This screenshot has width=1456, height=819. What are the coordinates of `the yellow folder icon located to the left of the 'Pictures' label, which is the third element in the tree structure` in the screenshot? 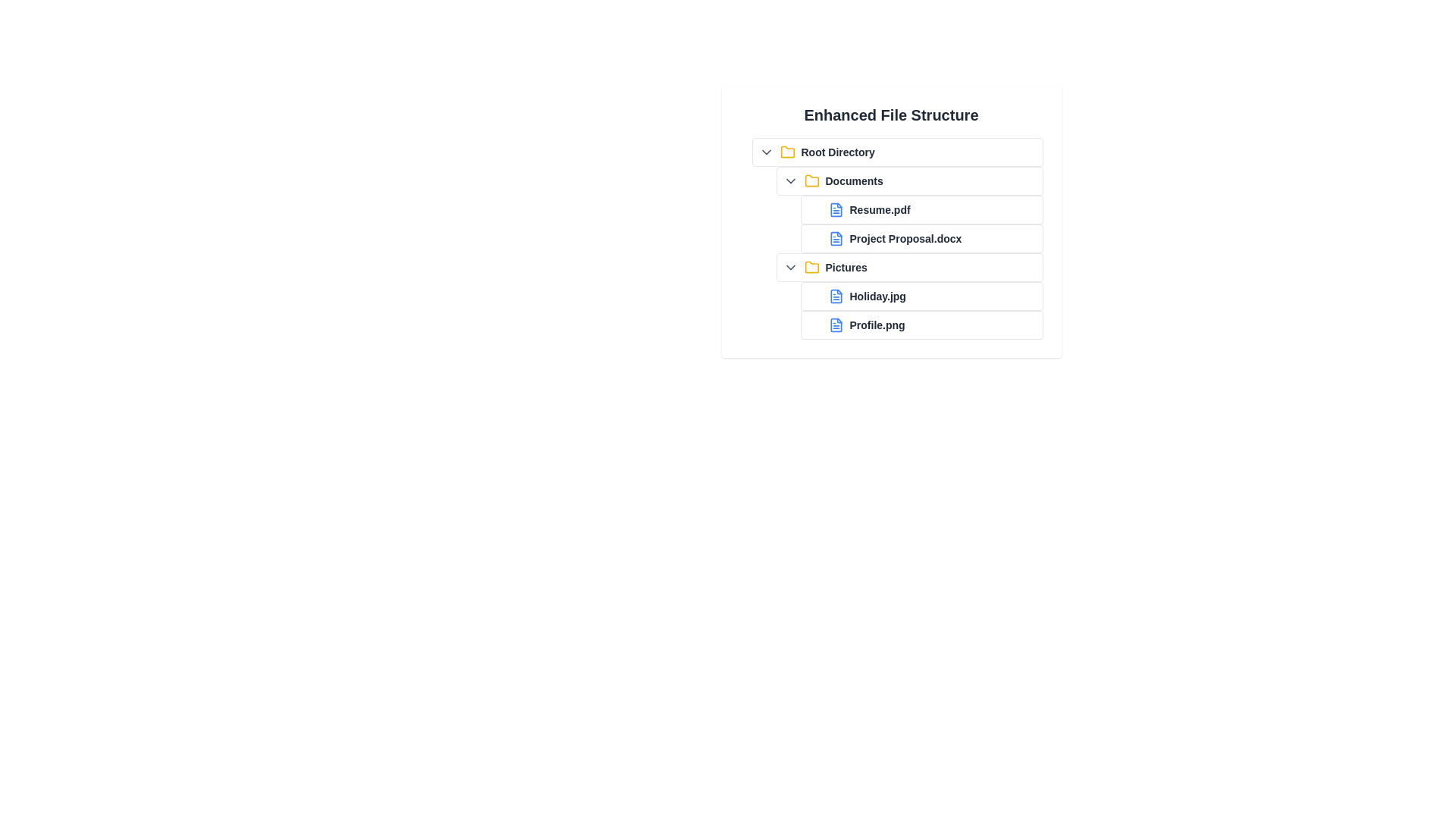 It's located at (811, 267).